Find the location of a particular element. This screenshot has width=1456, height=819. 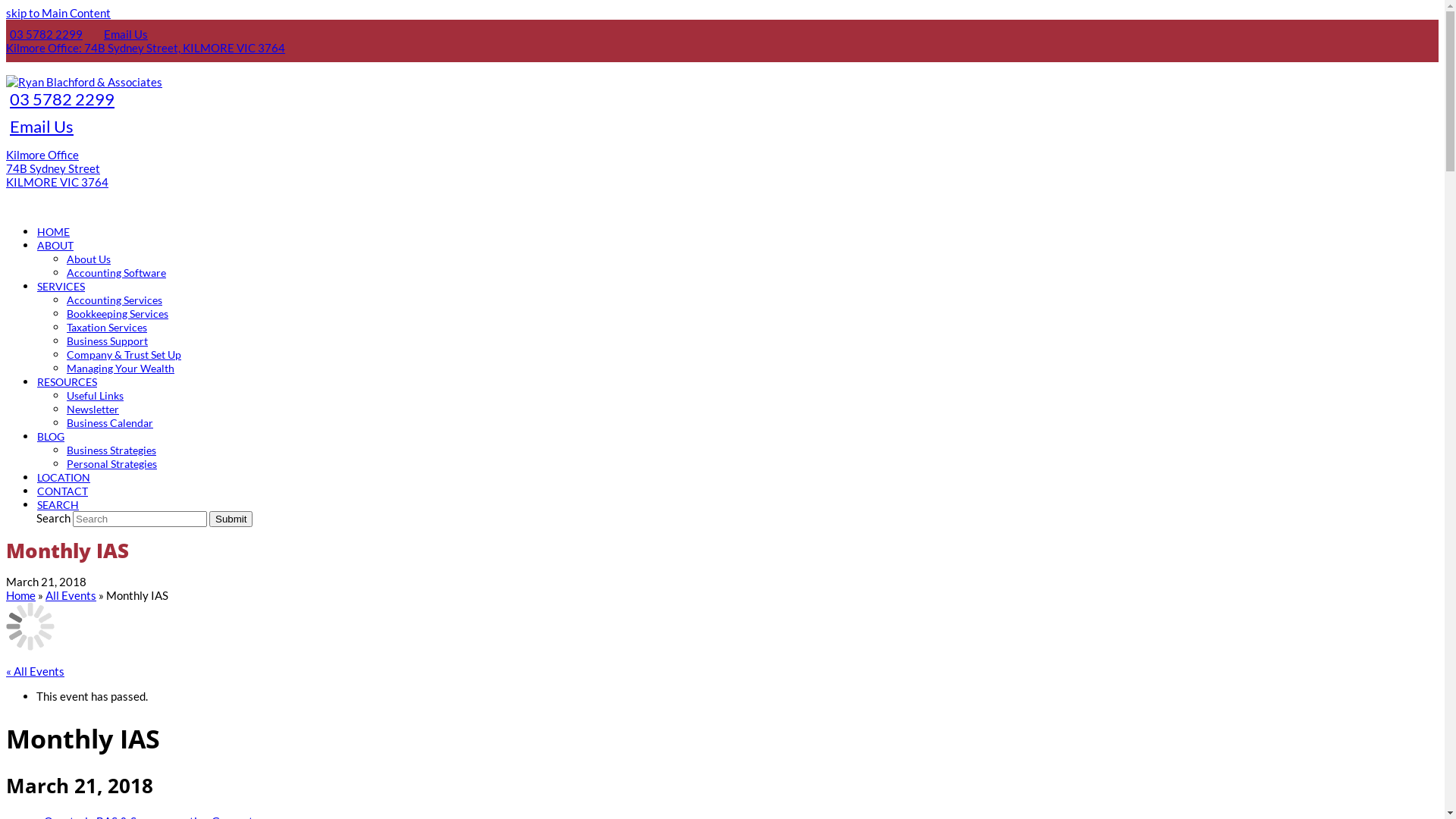

'CONTACT' is located at coordinates (61, 491).